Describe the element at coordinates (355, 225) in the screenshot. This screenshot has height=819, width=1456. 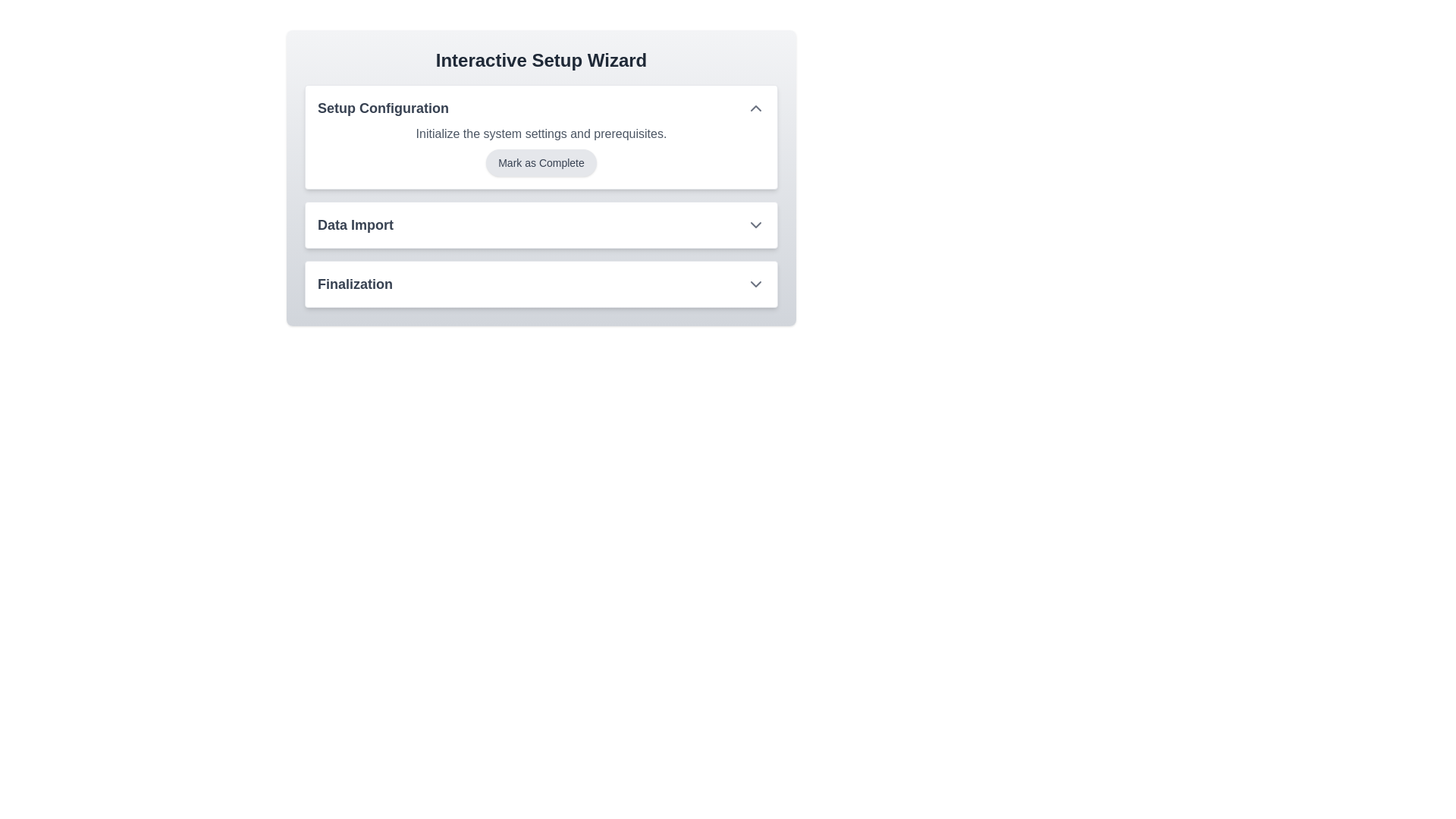
I see `text label indicating the 'Data Import' configuration step within the Interactive Setup Wizard` at that location.